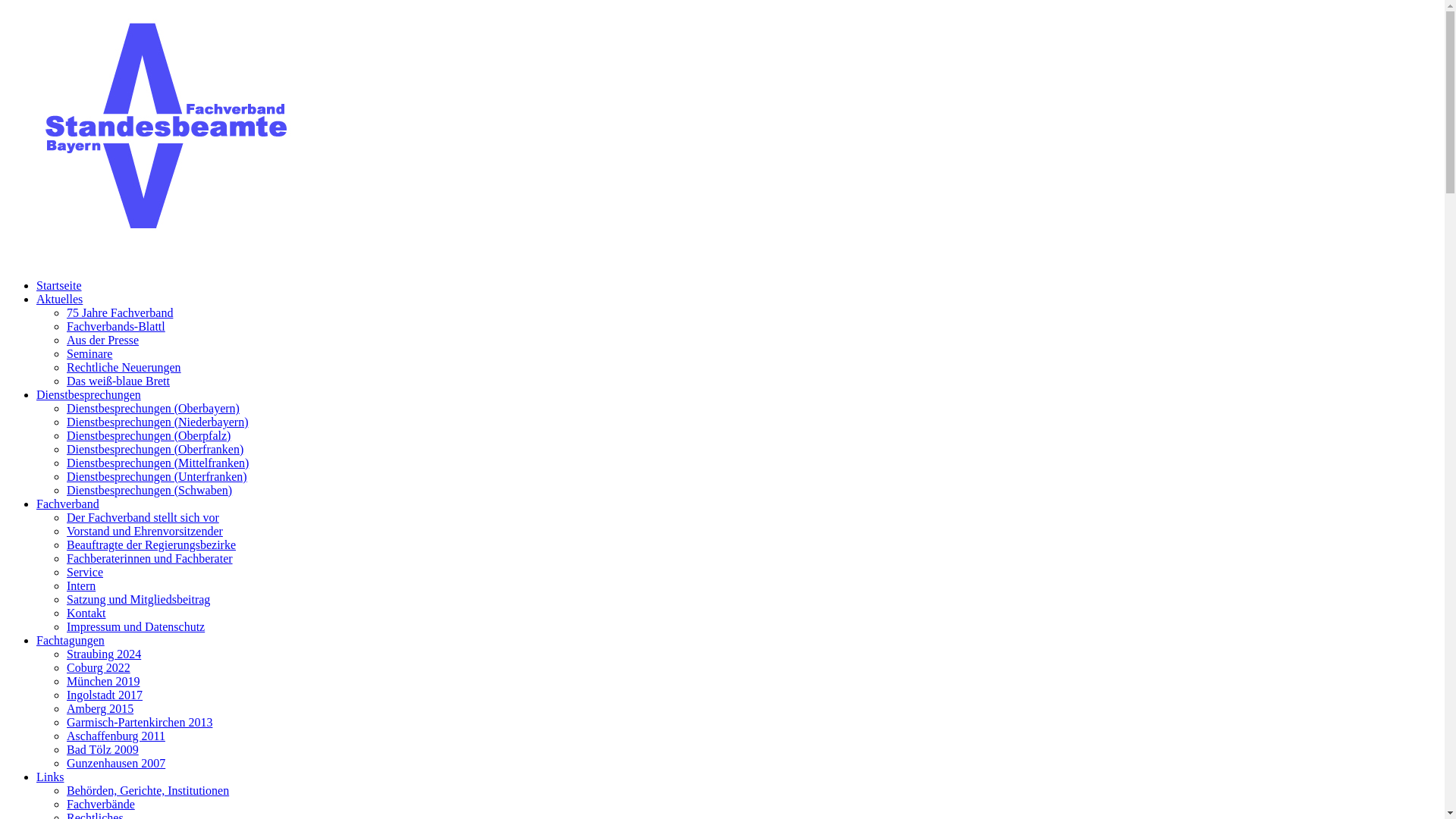 The width and height of the screenshot is (1456, 819). What do you see at coordinates (58, 285) in the screenshot?
I see `'Startseite'` at bounding box center [58, 285].